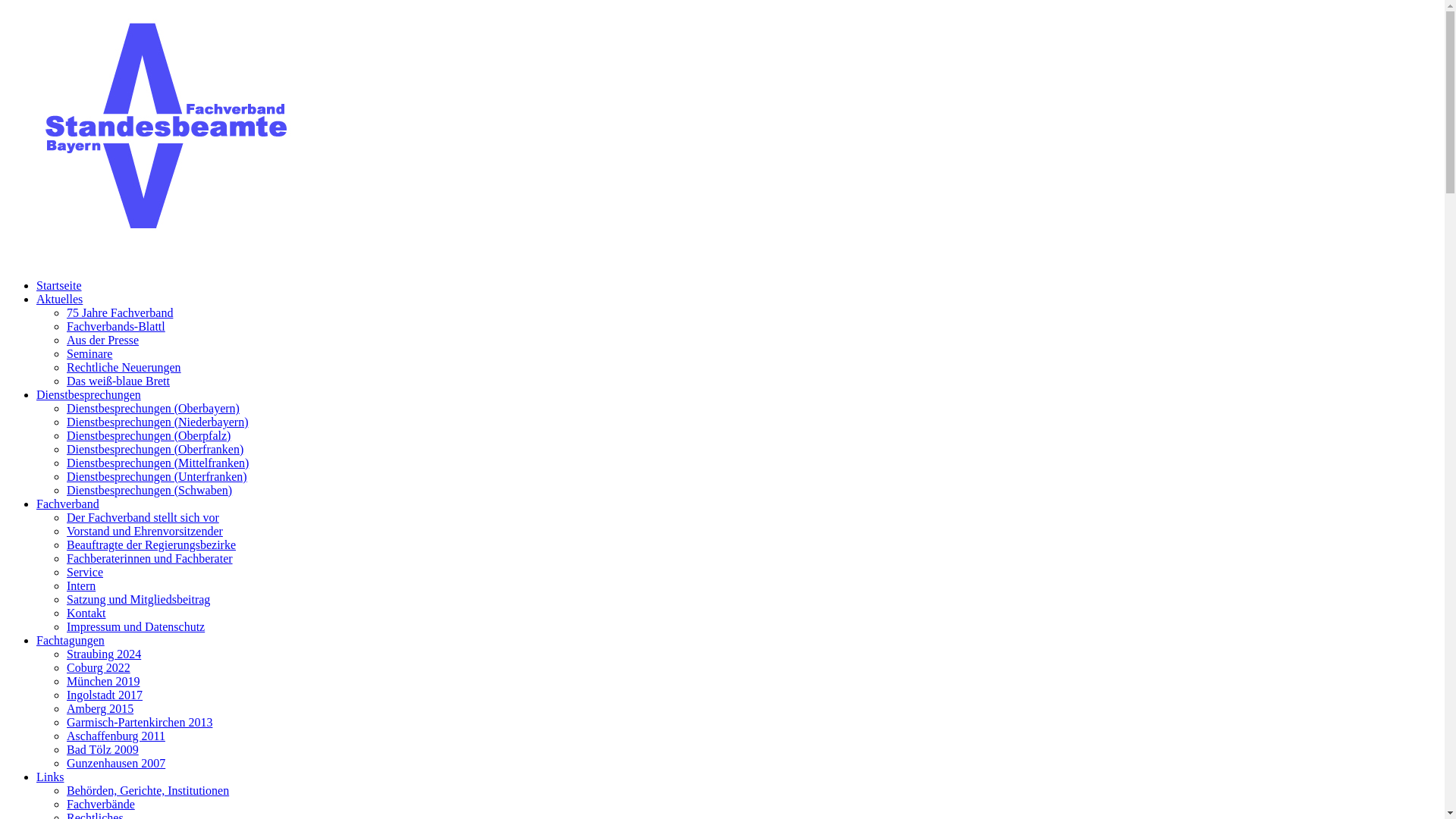 The width and height of the screenshot is (1456, 819). What do you see at coordinates (58, 285) in the screenshot?
I see `'Startseite'` at bounding box center [58, 285].